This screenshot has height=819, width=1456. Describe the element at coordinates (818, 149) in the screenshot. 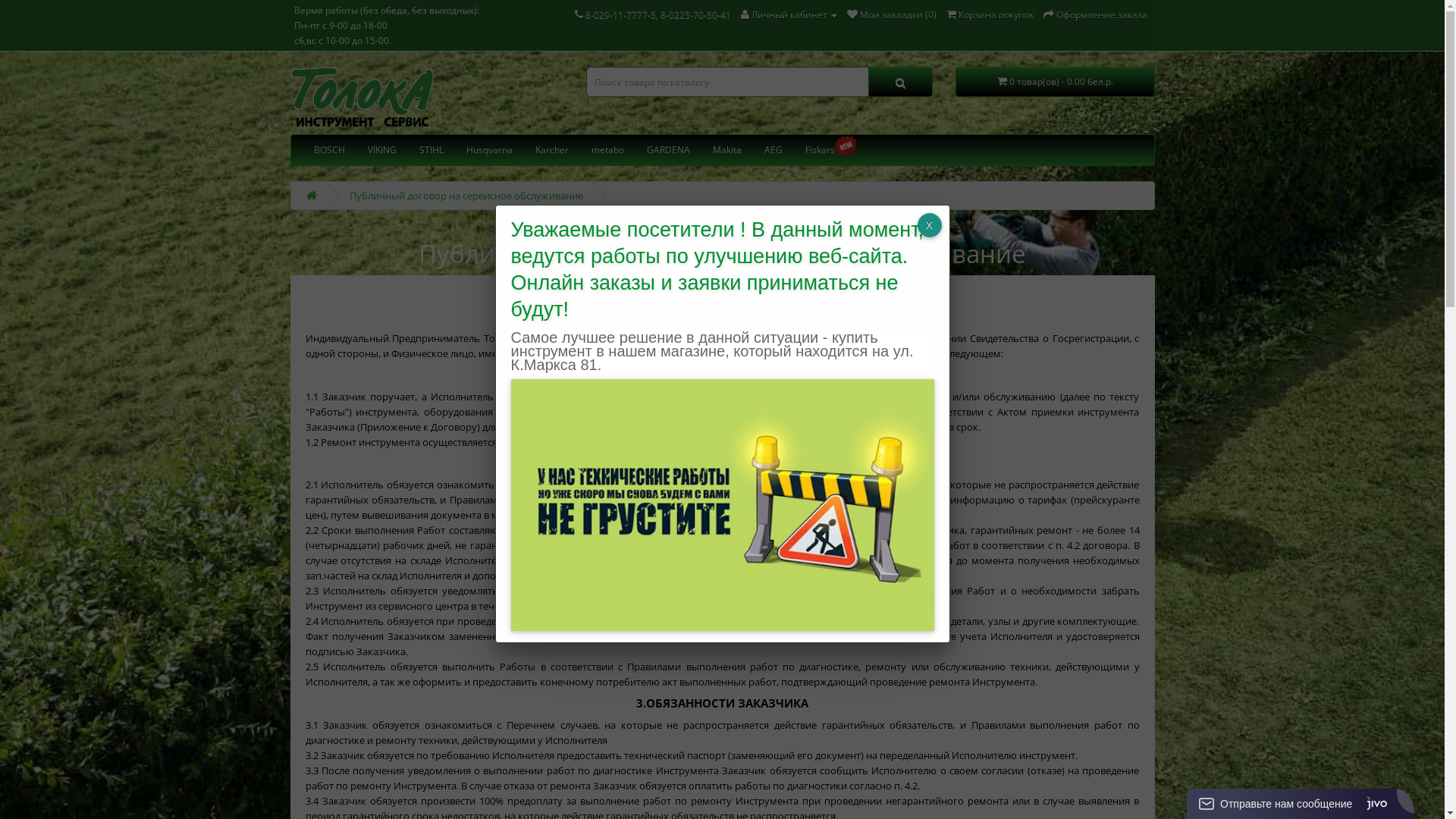

I see `'Fiskars'` at that location.